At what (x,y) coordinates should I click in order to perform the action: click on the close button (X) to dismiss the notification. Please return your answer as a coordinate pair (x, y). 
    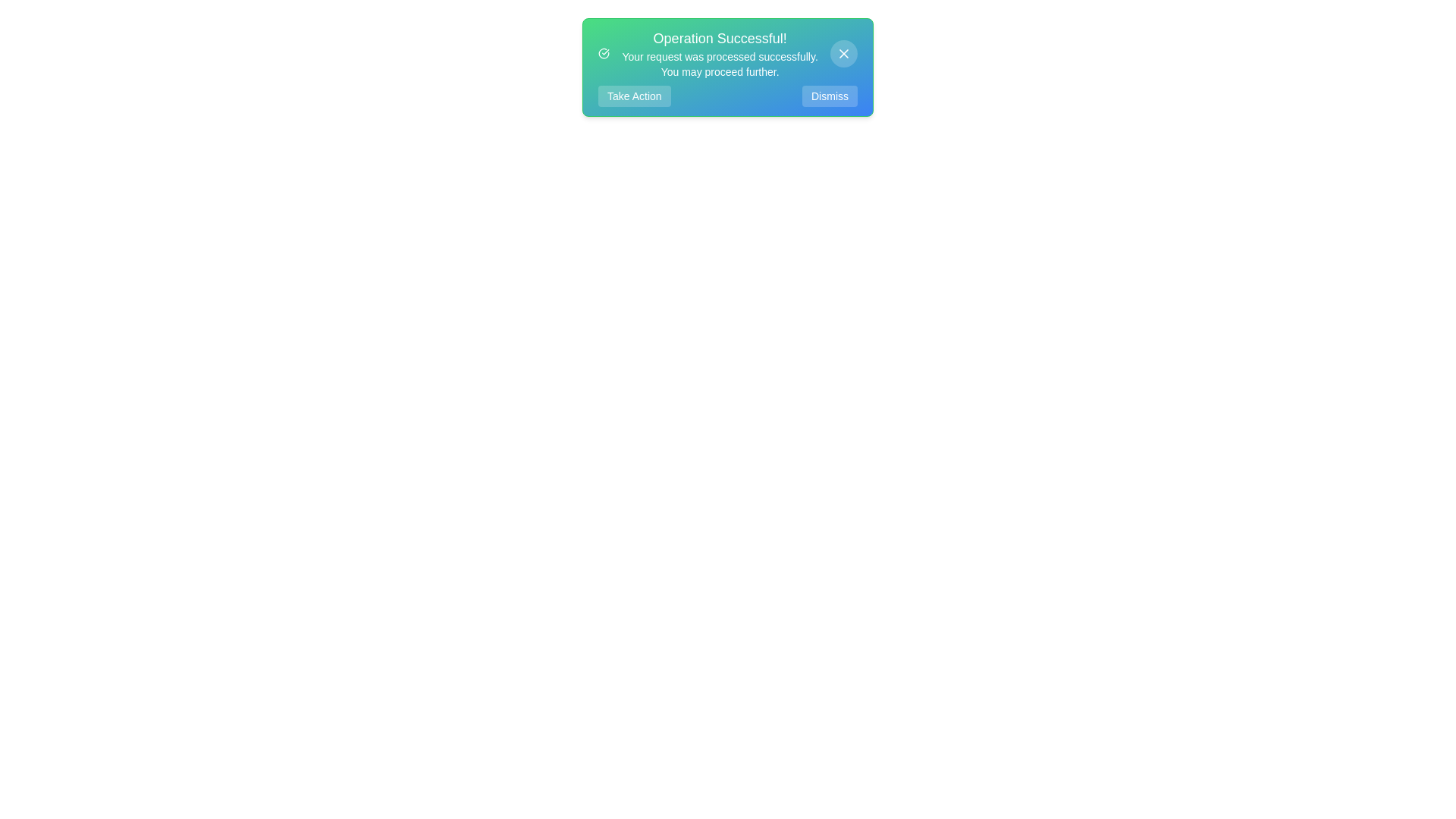
    Looking at the image, I should click on (843, 52).